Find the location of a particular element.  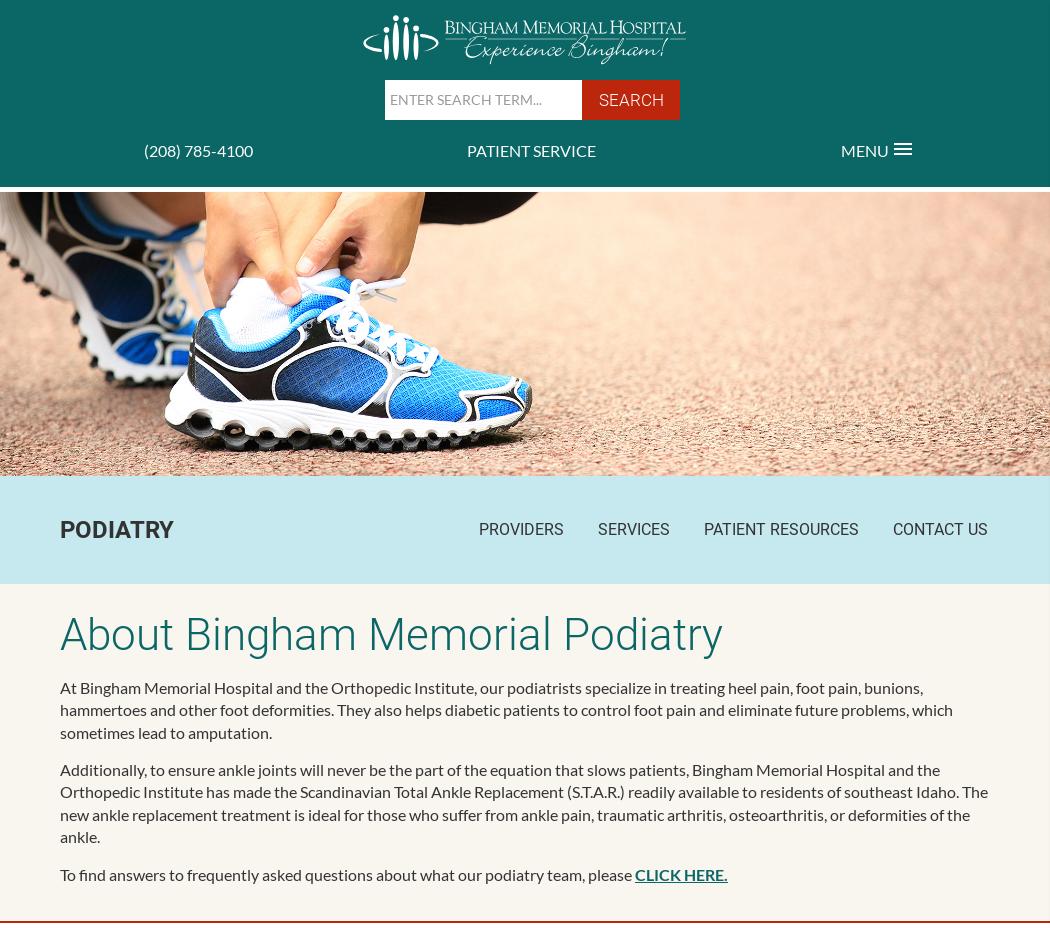

'CLICK HERE.' is located at coordinates (681, 873).